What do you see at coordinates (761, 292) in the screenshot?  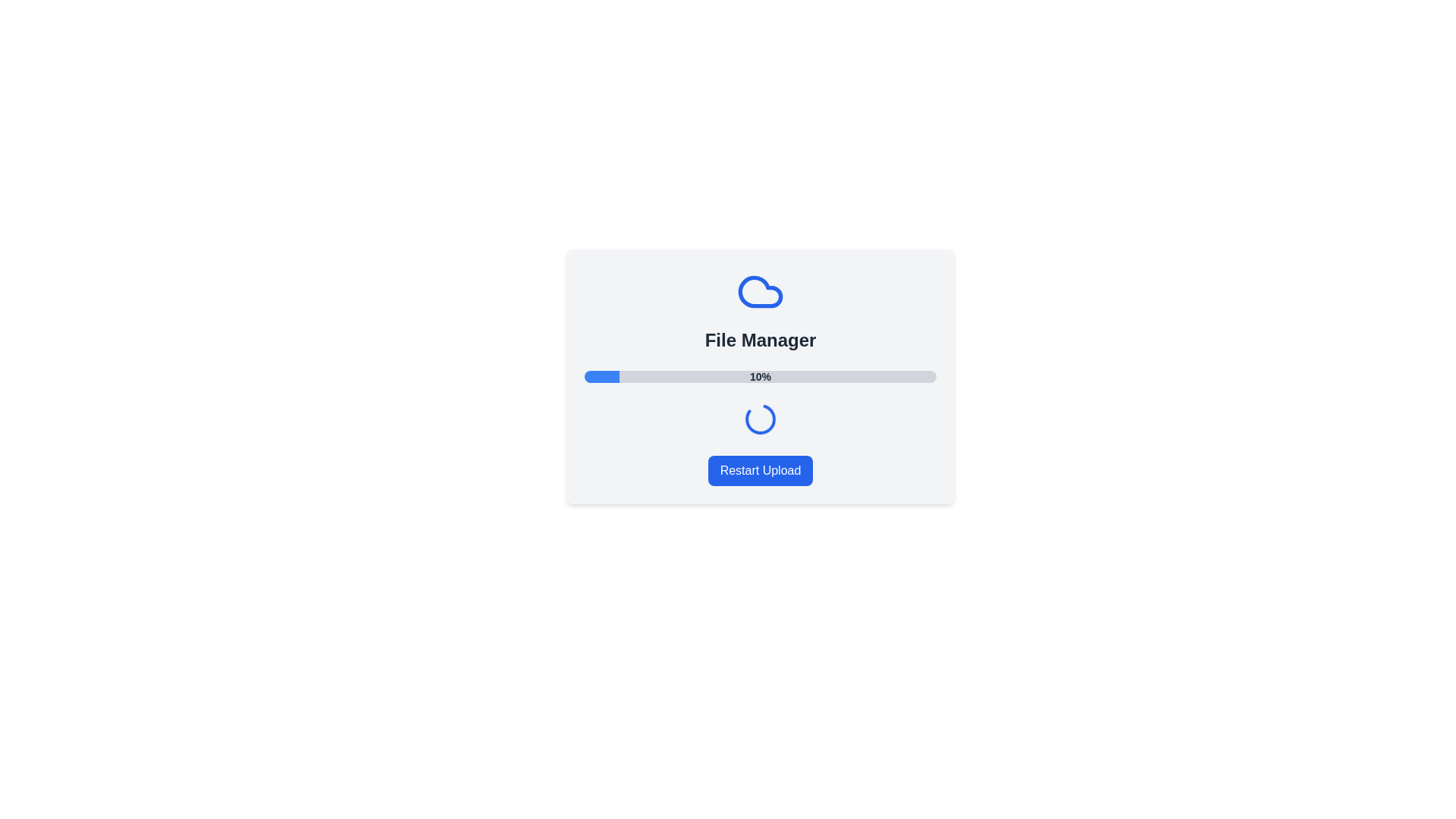 I see `the cloud-shaped icon outlined in blue, located at the top center above the 'File Manager' text` at bounding box center [761, 292].